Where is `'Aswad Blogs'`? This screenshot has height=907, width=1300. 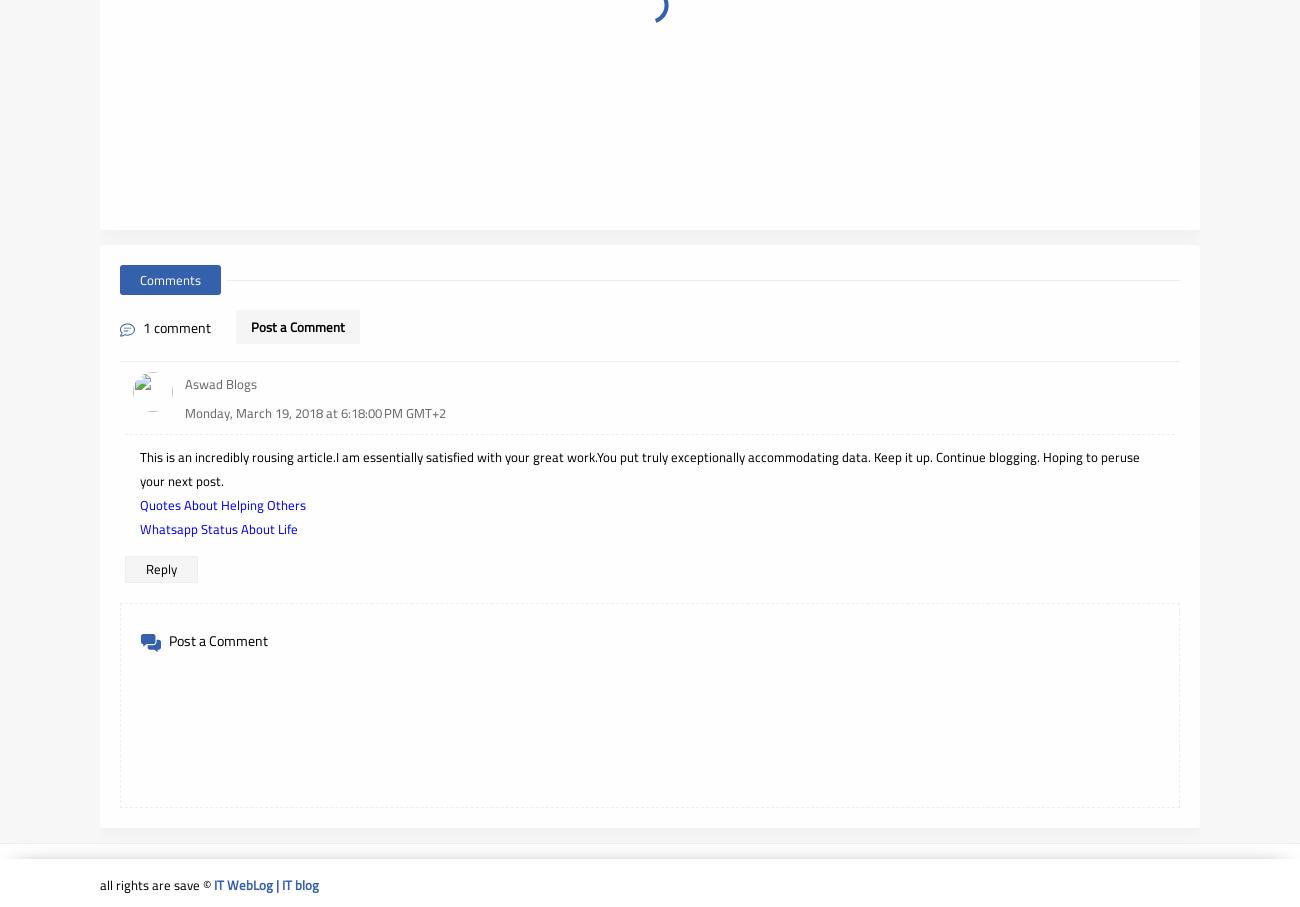
'Aswad Blogs' is located at coordinates (220, 384).